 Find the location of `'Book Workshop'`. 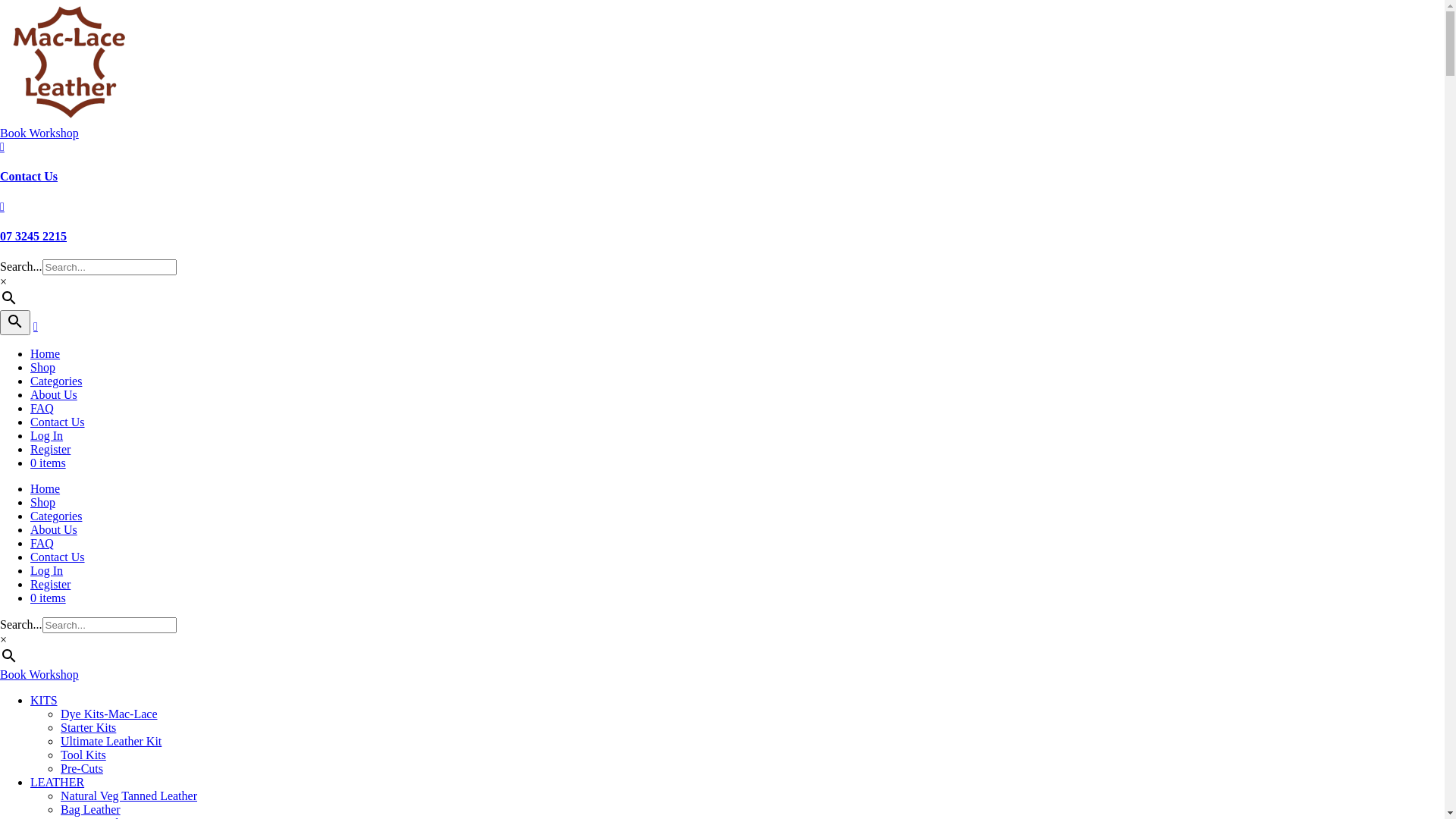

'Book Workshop' is located at coordinates (39, 673).